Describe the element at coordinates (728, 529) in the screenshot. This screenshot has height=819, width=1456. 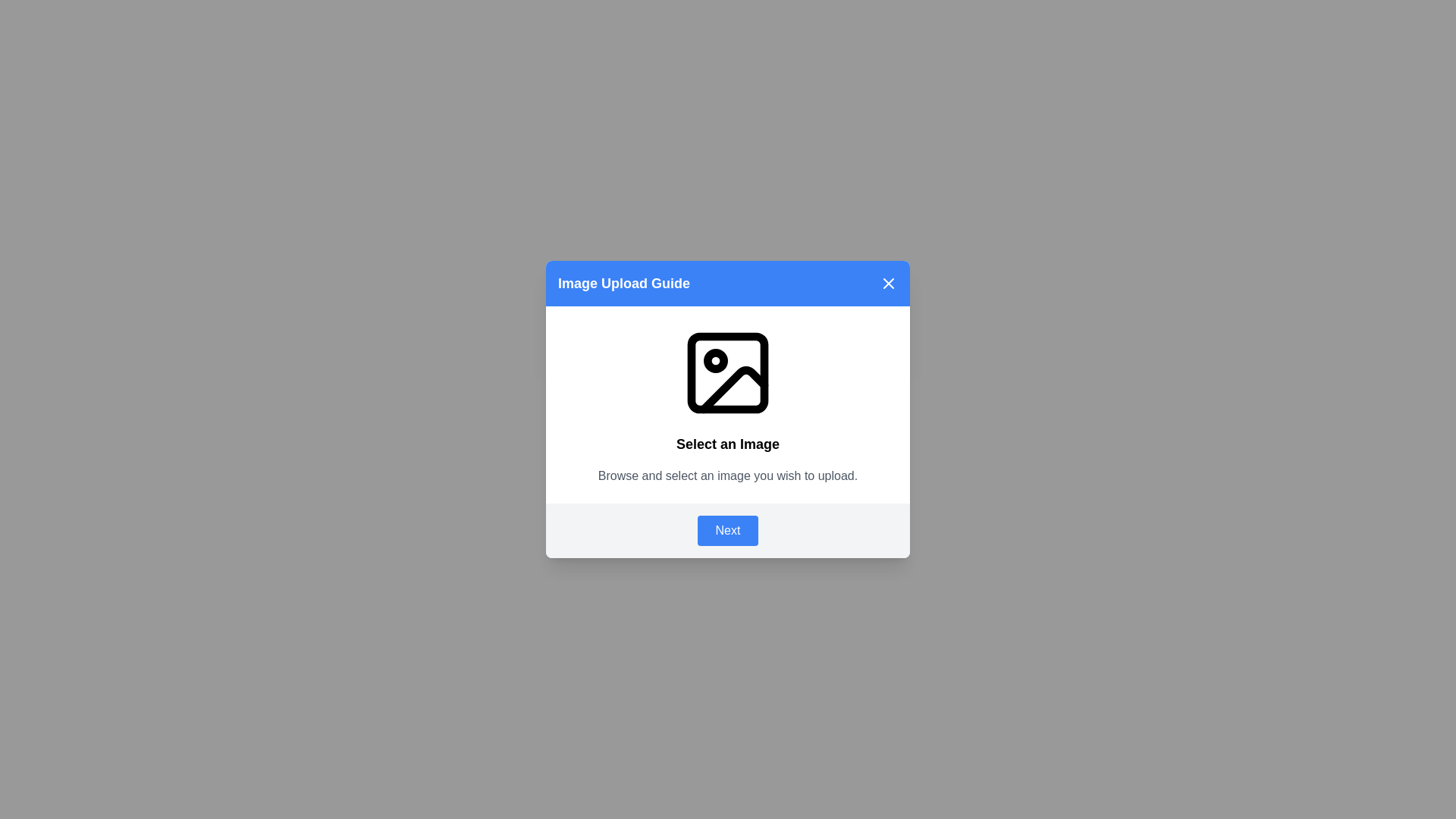
I see `the 'Next' button to proceed to the next step` at that location.